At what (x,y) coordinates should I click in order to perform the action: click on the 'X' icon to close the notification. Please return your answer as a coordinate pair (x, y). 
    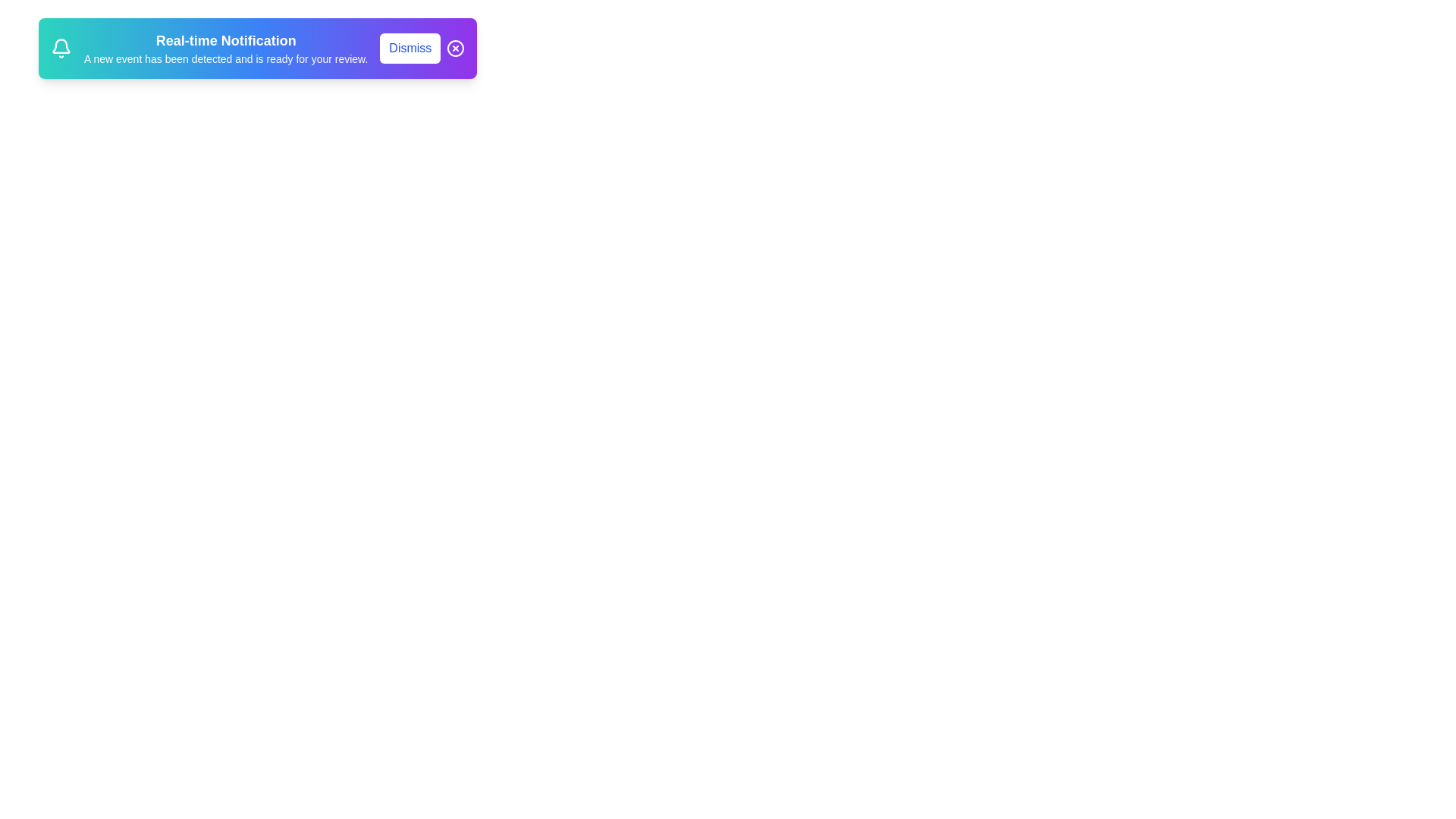
    Looking at the image, I should click on (455, 48).